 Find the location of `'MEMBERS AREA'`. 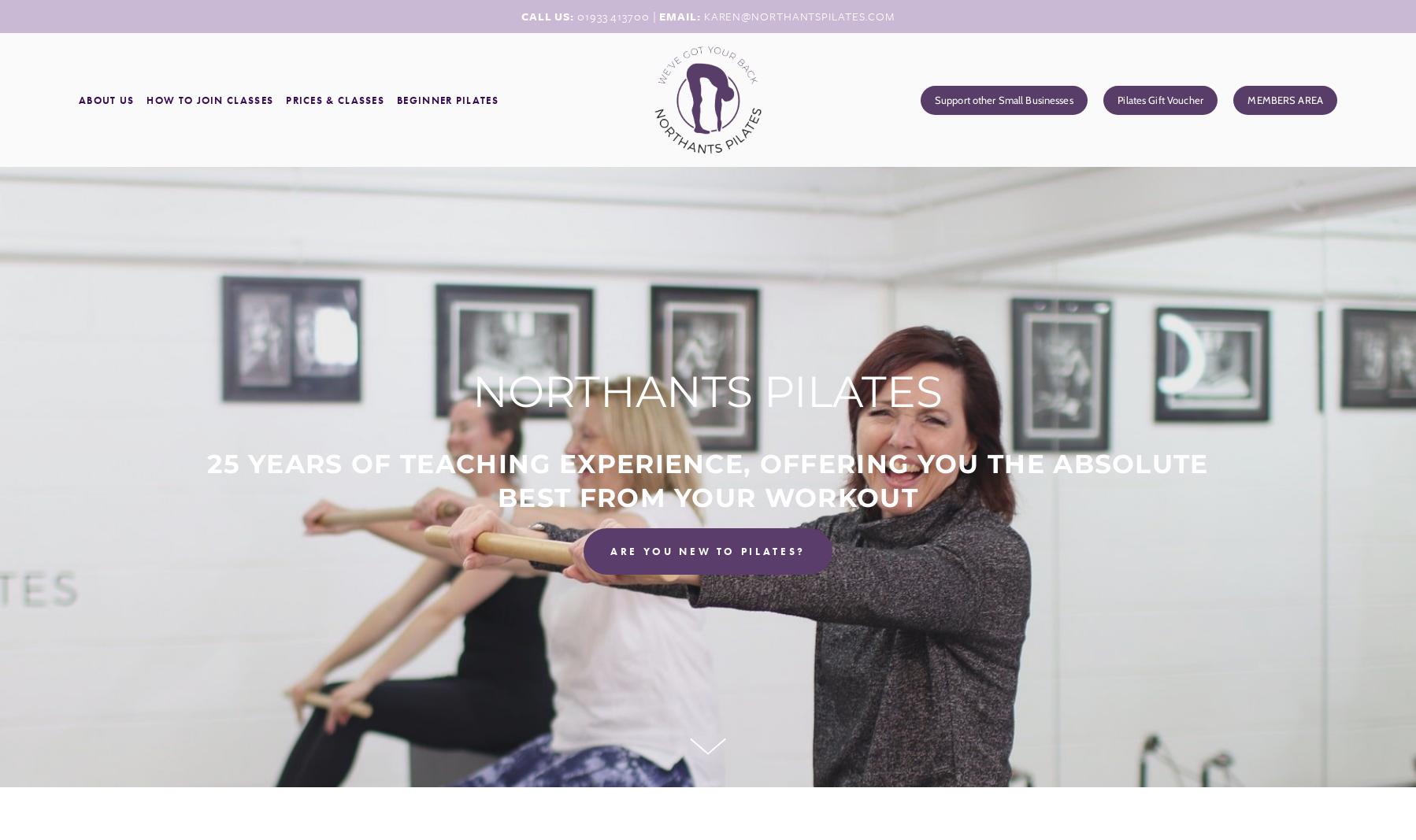

'MEMBERS AREA' is located at coordinates (1247, 98).